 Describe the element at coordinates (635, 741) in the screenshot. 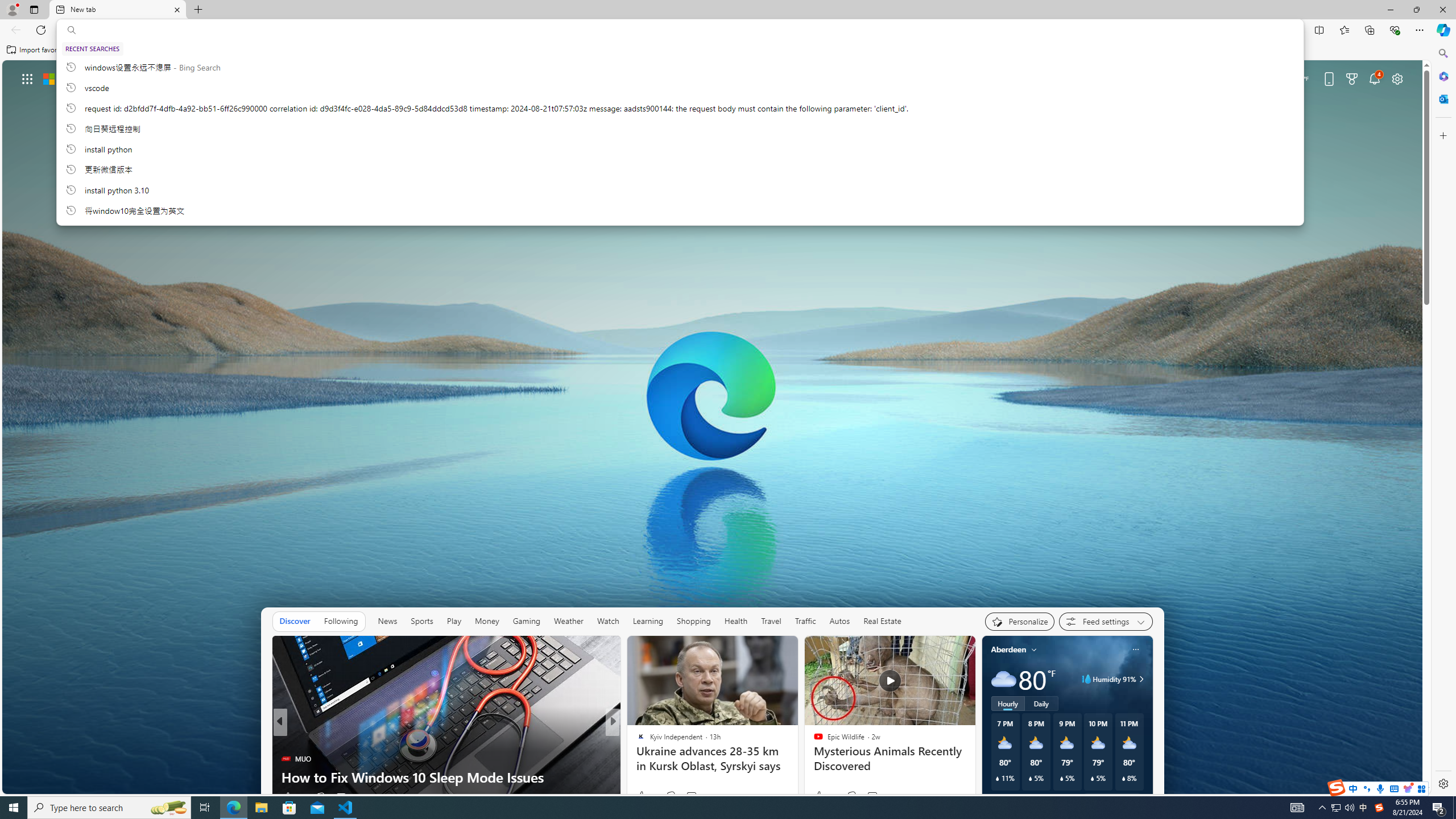

I see `'Ansa'` at that location.